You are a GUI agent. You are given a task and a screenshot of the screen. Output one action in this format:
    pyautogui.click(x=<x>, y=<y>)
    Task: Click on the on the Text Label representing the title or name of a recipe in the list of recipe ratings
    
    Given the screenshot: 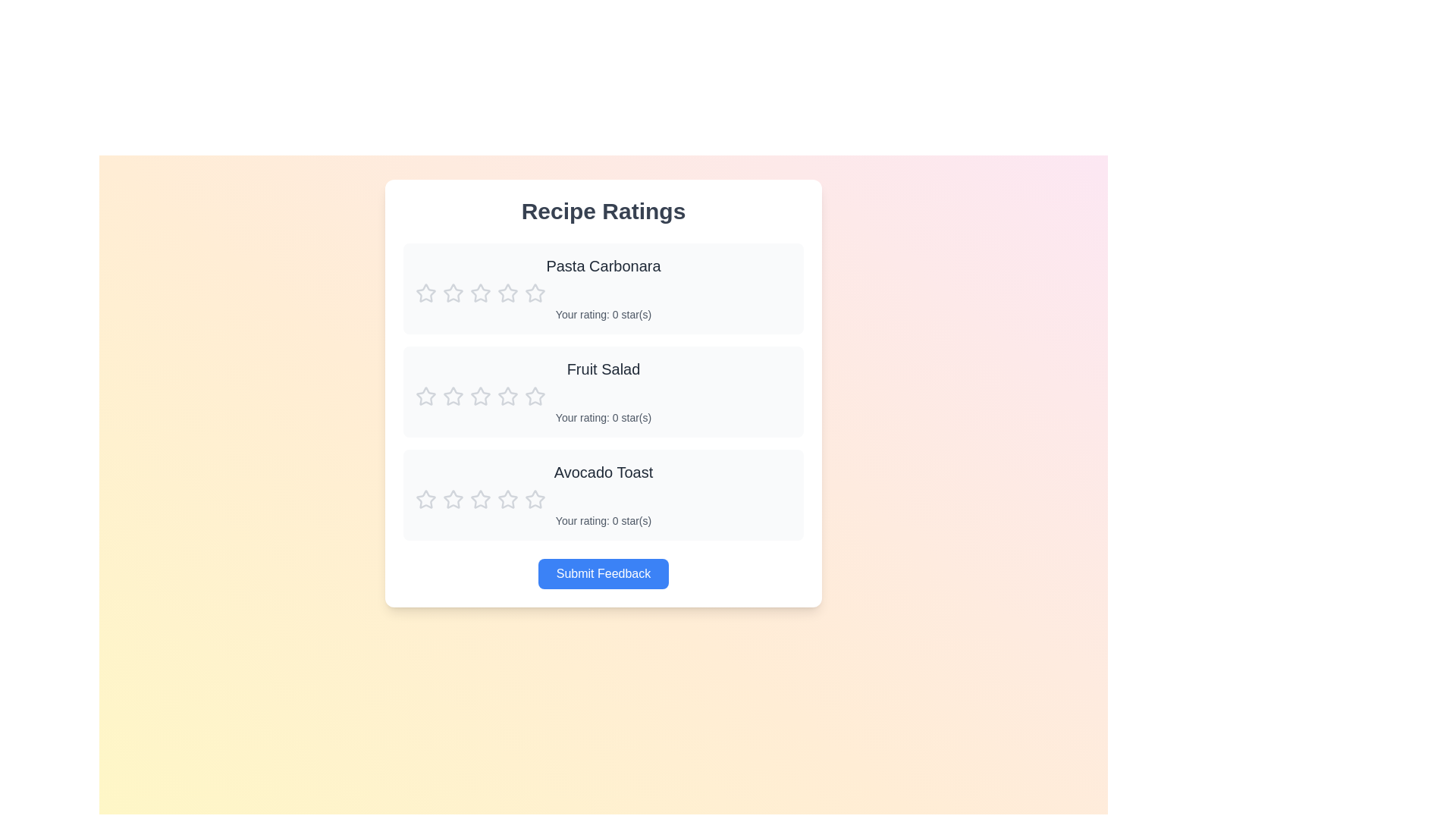 What is the action you would take?
    pyautogui.click(x=603, y=472)
    